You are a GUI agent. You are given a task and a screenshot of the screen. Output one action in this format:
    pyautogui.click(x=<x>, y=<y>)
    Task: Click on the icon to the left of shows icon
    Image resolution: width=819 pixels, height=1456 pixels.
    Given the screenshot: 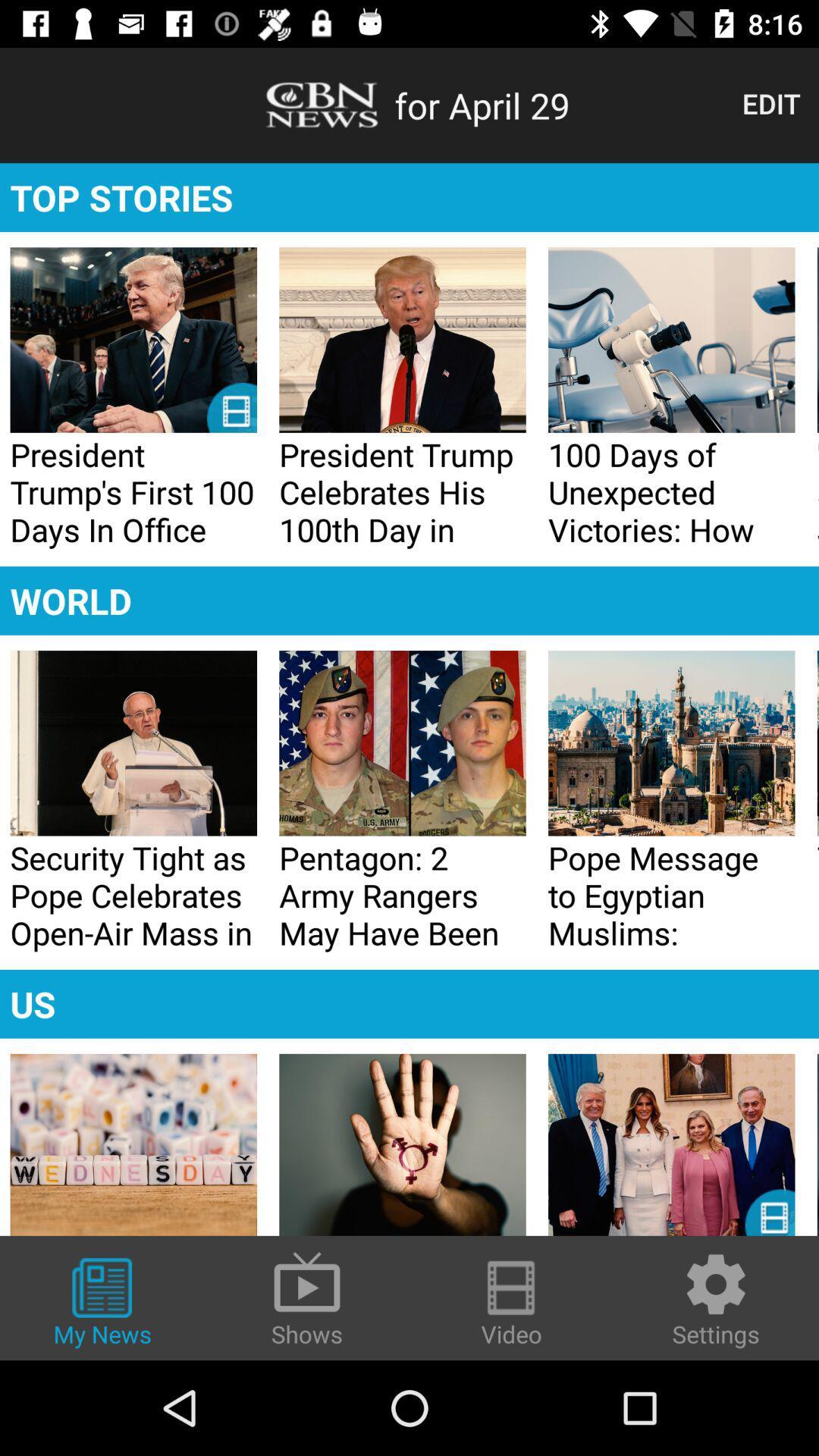 What is the action you would take?
    pyautogui.click(x=102, y=1303)
    